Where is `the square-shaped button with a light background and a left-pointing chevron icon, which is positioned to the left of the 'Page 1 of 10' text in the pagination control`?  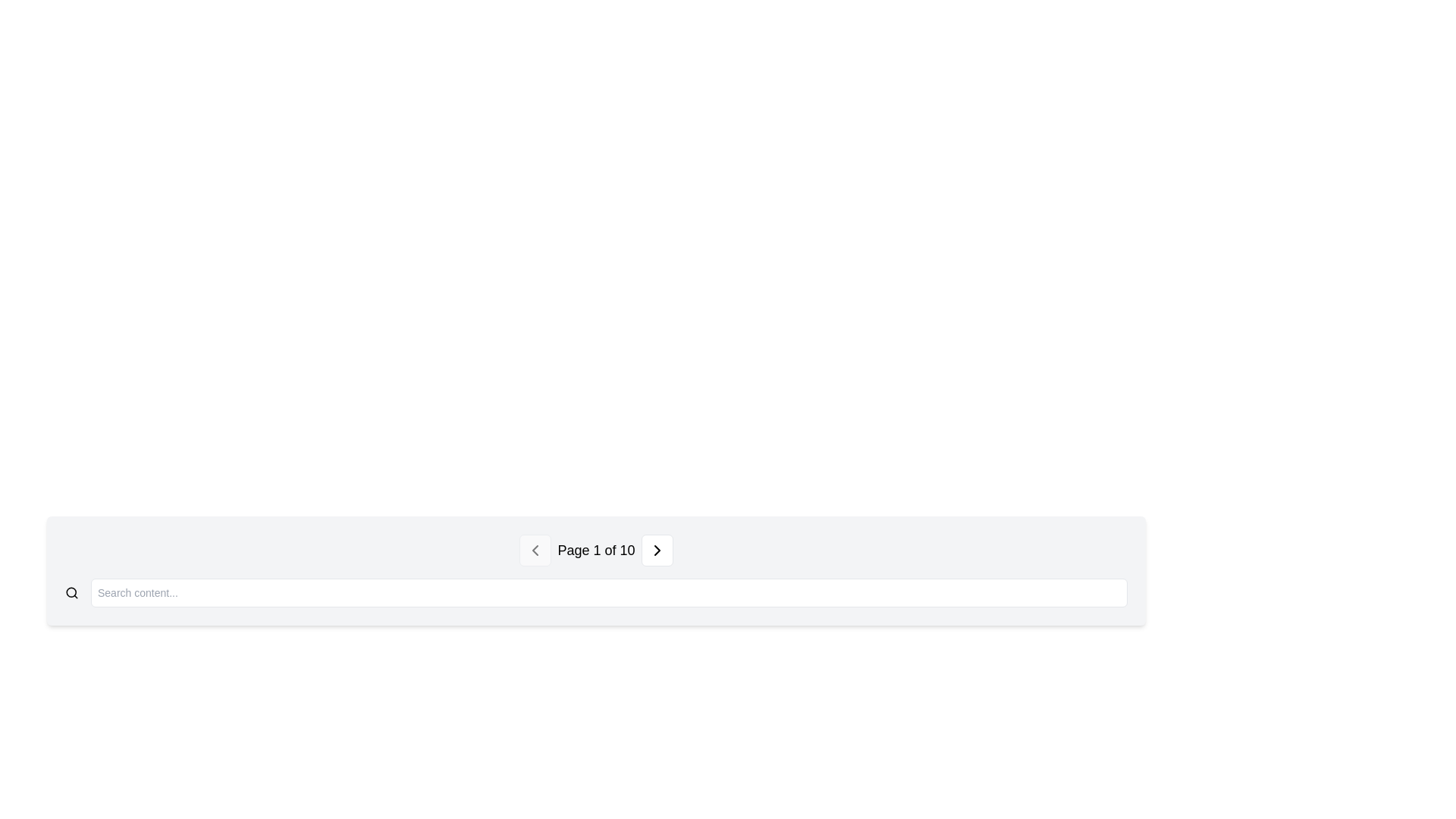 the square-shaped button with a light background and a left-pointing chevron icon, which is positioned to the left of the 'Page 1 of 10' text in the pagination control is located at coordinates (535, 550).